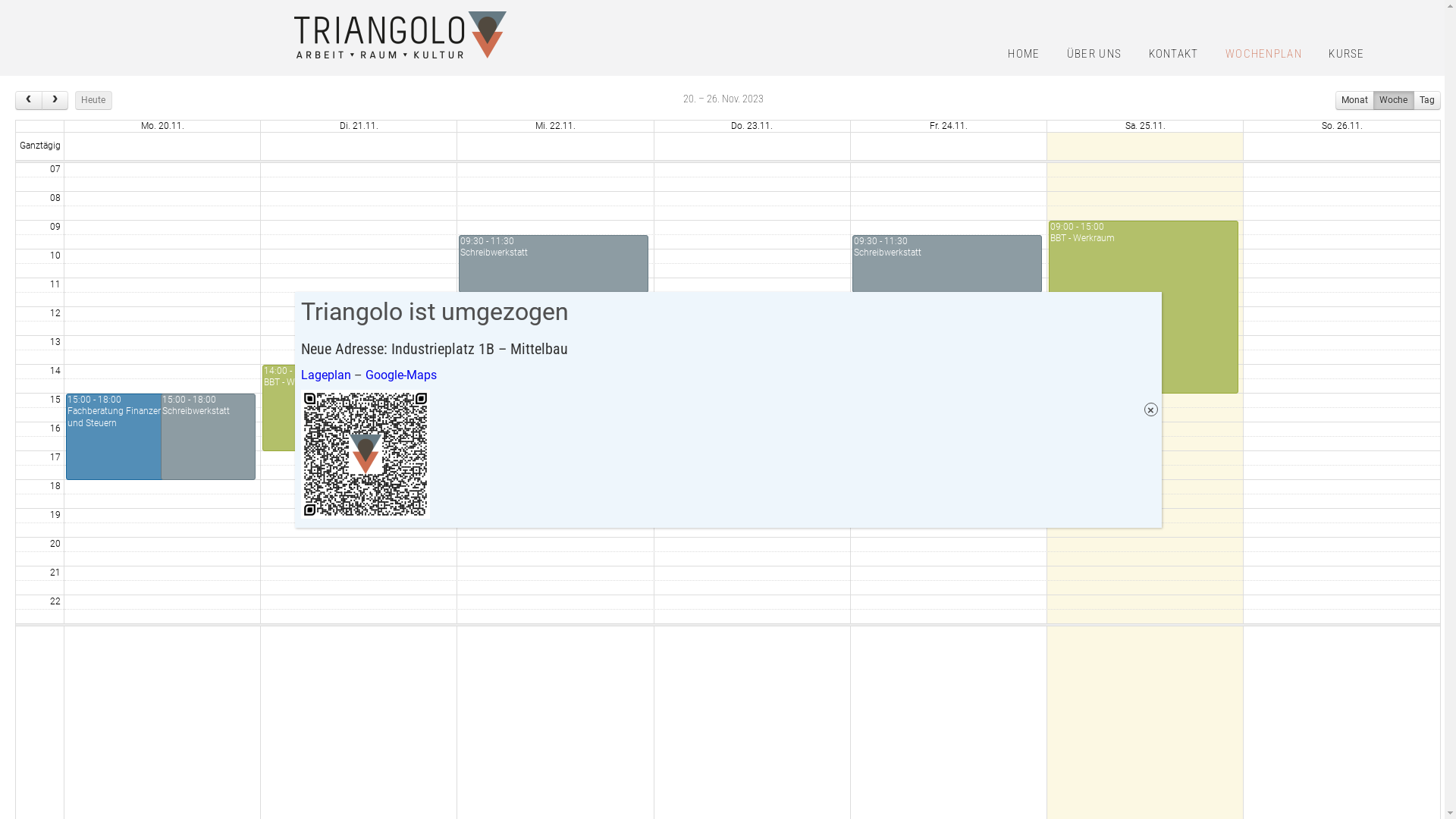  I want to click on '15:00 - 18:00, so click(207, 436).